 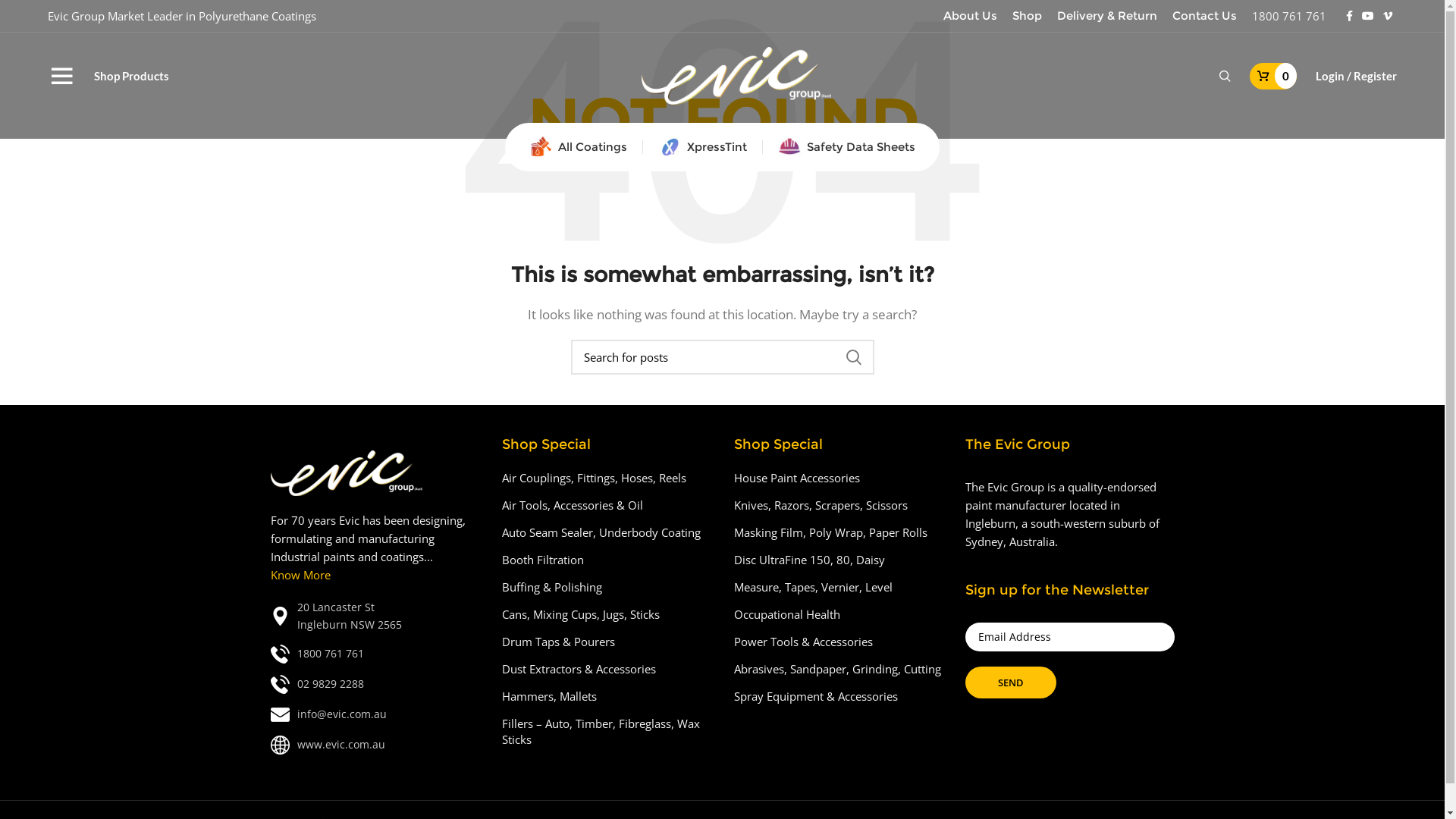 What do you see at coordinates (787, 614) in the screenshot?
I see `'Occupational Health'` at bounding box center [787, 614].